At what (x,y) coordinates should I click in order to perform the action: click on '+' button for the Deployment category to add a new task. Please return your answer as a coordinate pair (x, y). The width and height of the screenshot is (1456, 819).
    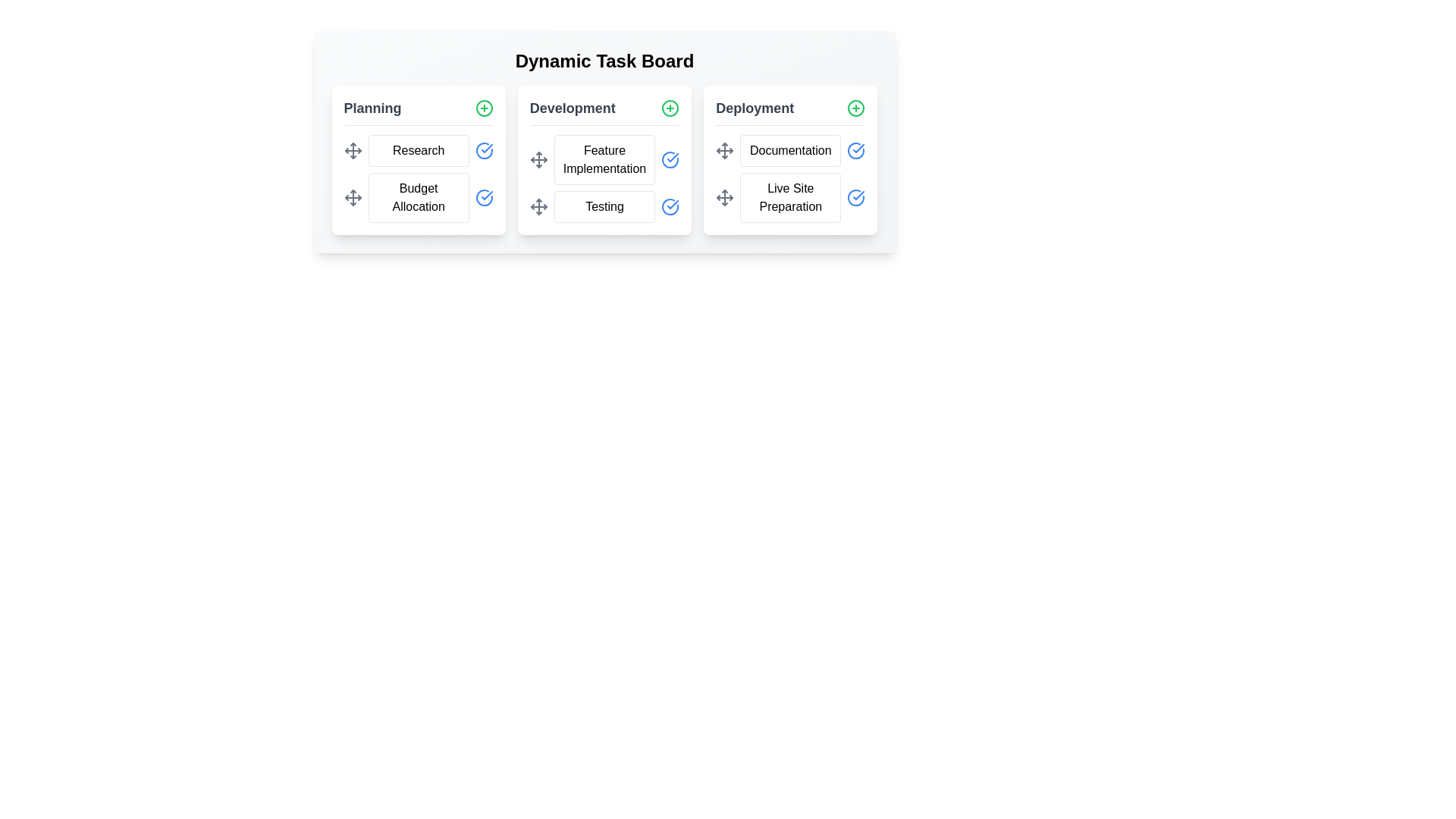
    Looking at the image, I should click on (856, 107).